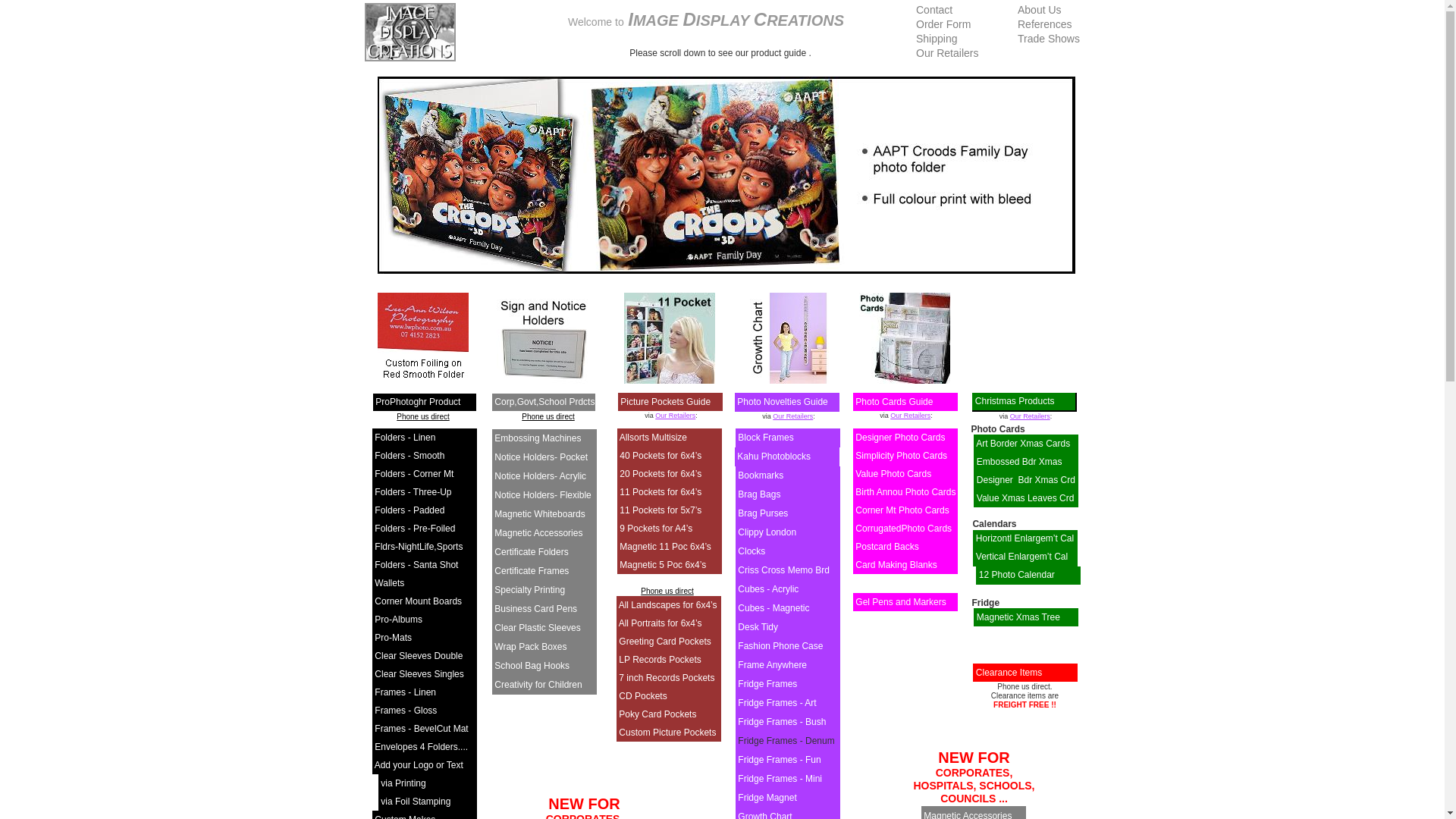 Image resolution: width=1456 pixels, height=819 pixels. I want to click on 'Certificate Folders', so click(531, 552).